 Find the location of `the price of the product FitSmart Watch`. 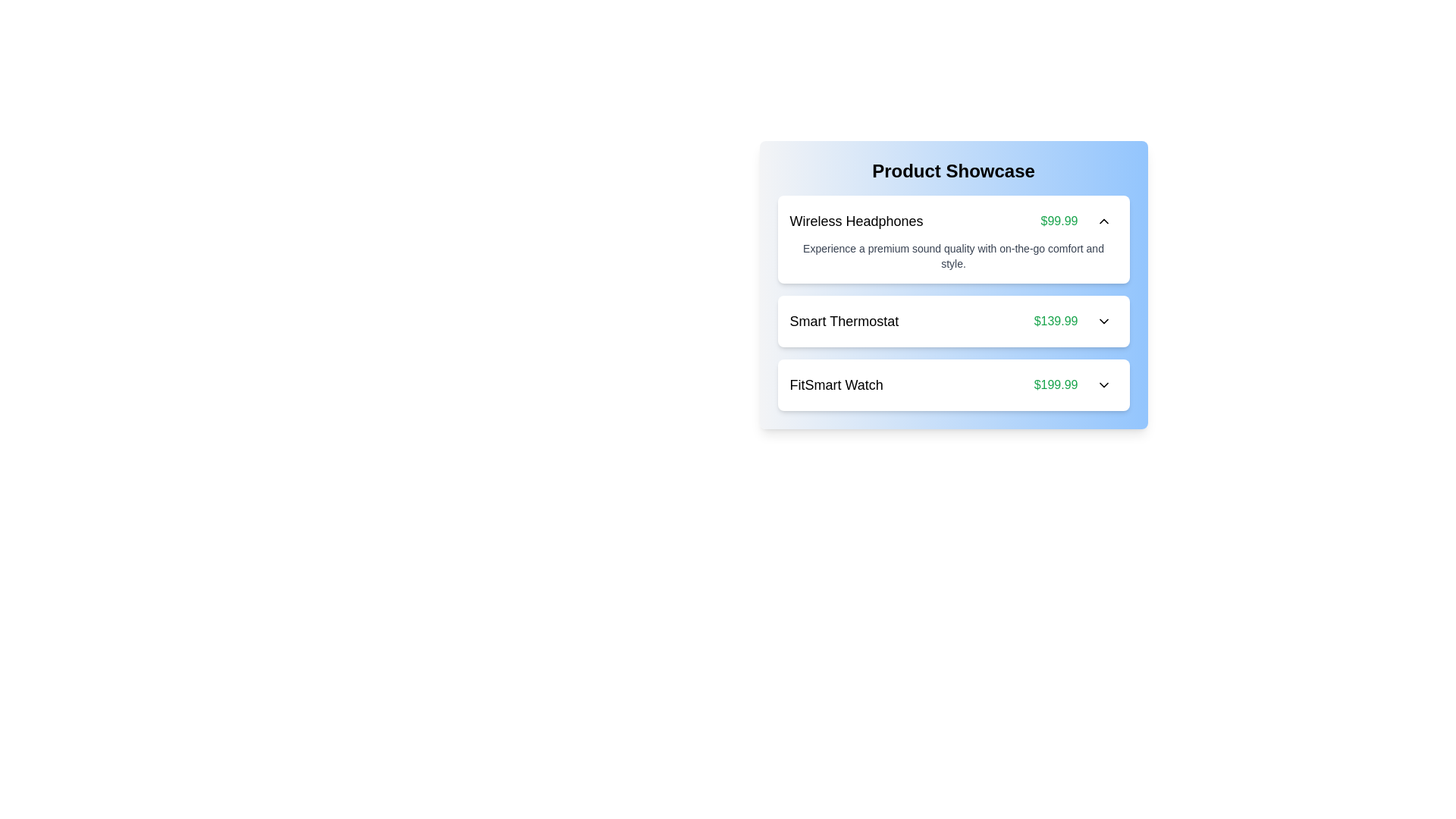

the price of the product FitSmart Watch is located at coordinates (1055, 384).